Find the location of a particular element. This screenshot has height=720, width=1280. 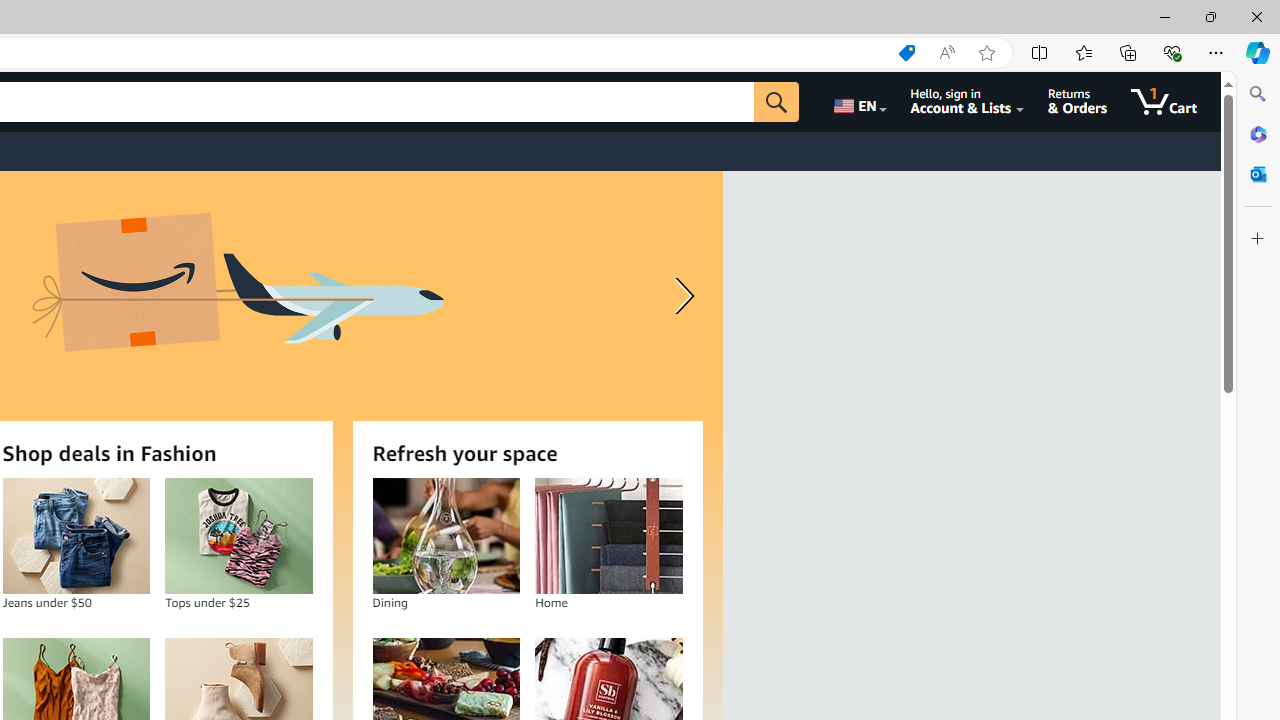

'Shopping in Microsoft Edge' is located at coordinates (905, 52).